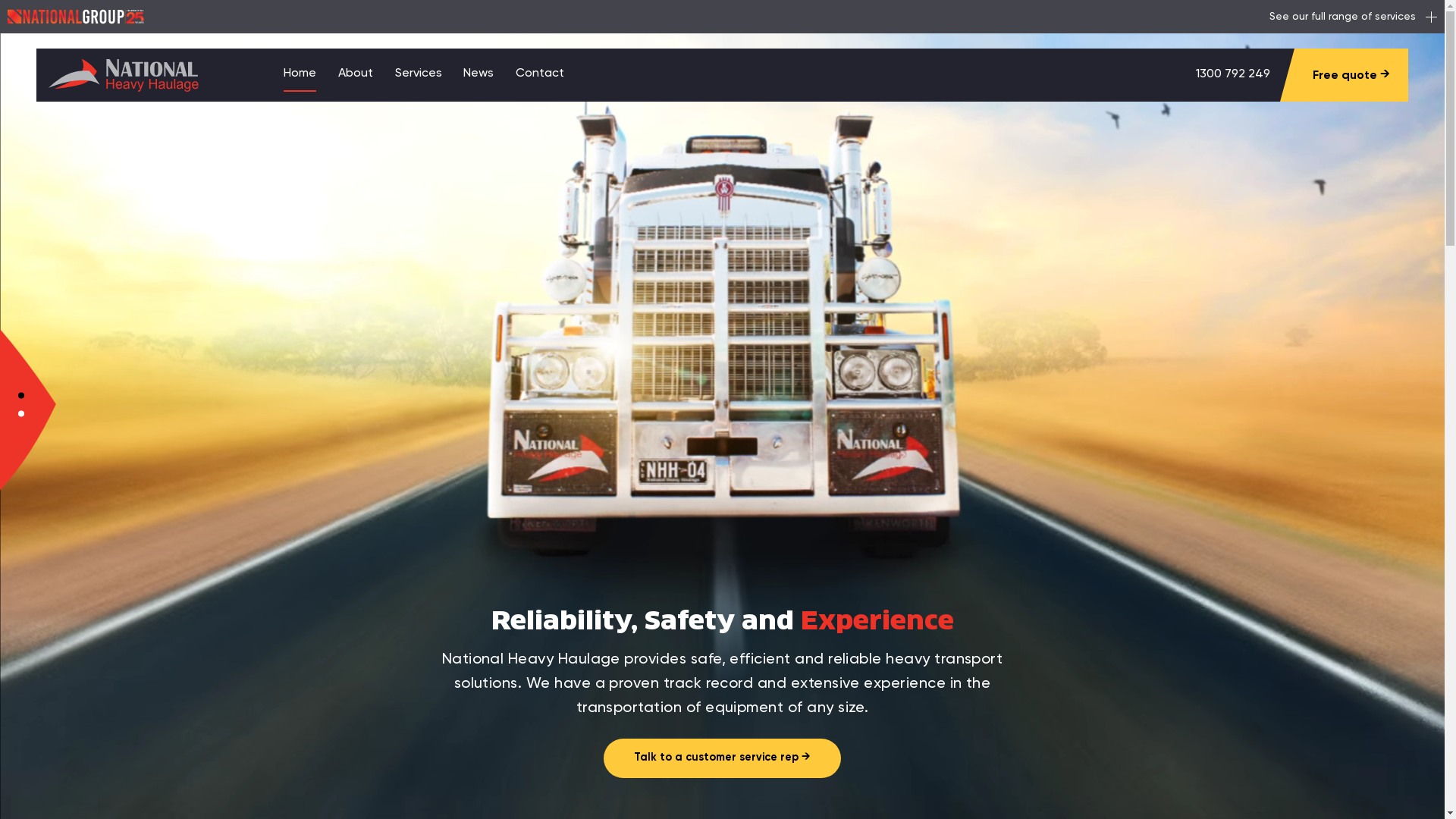  Describe the element at coordinates (539, 74) in the screenshot. I see `'Contact'` at that location.